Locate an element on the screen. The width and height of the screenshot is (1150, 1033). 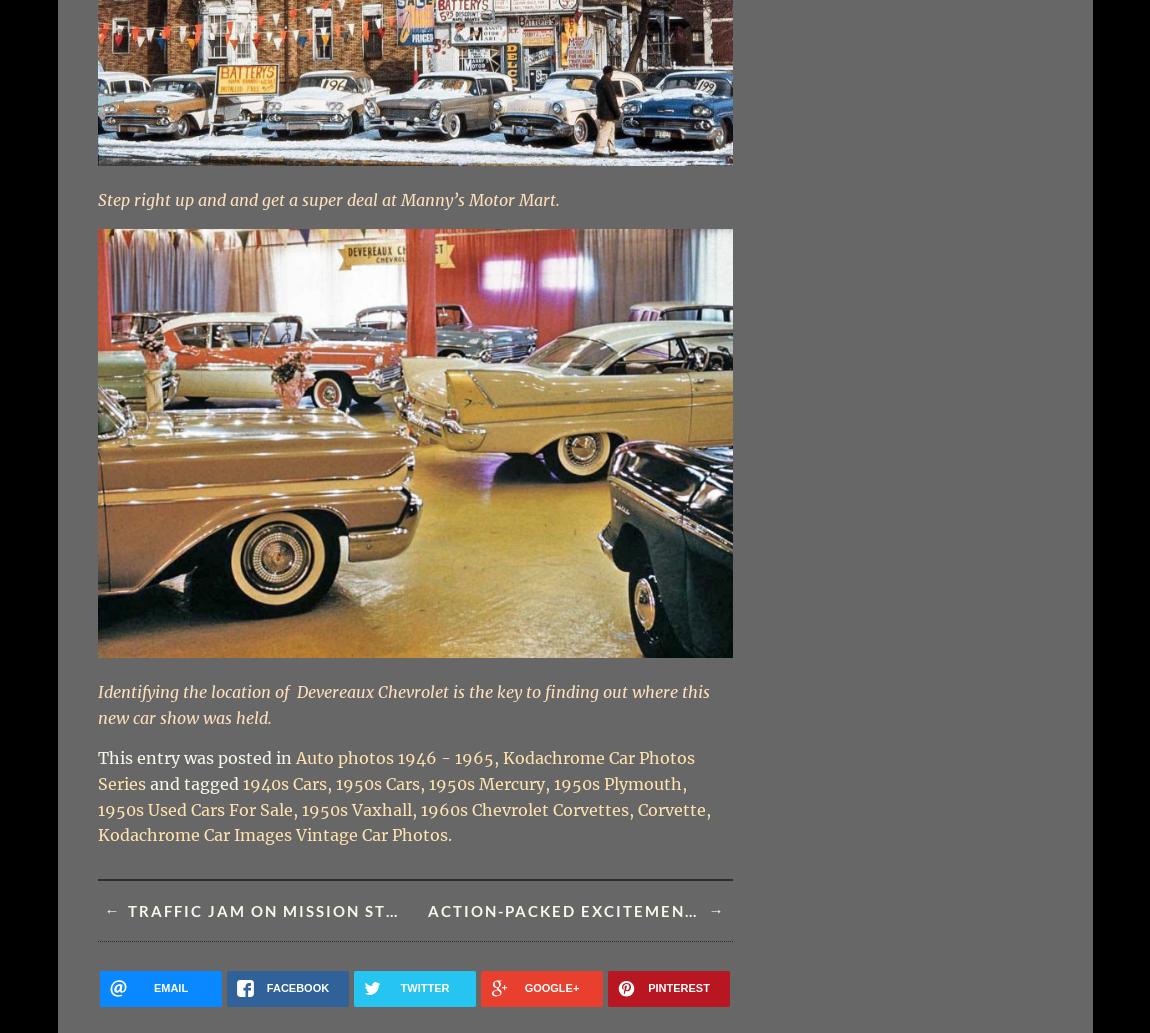
'1940s Cars' is located at coordinates (283, 784).